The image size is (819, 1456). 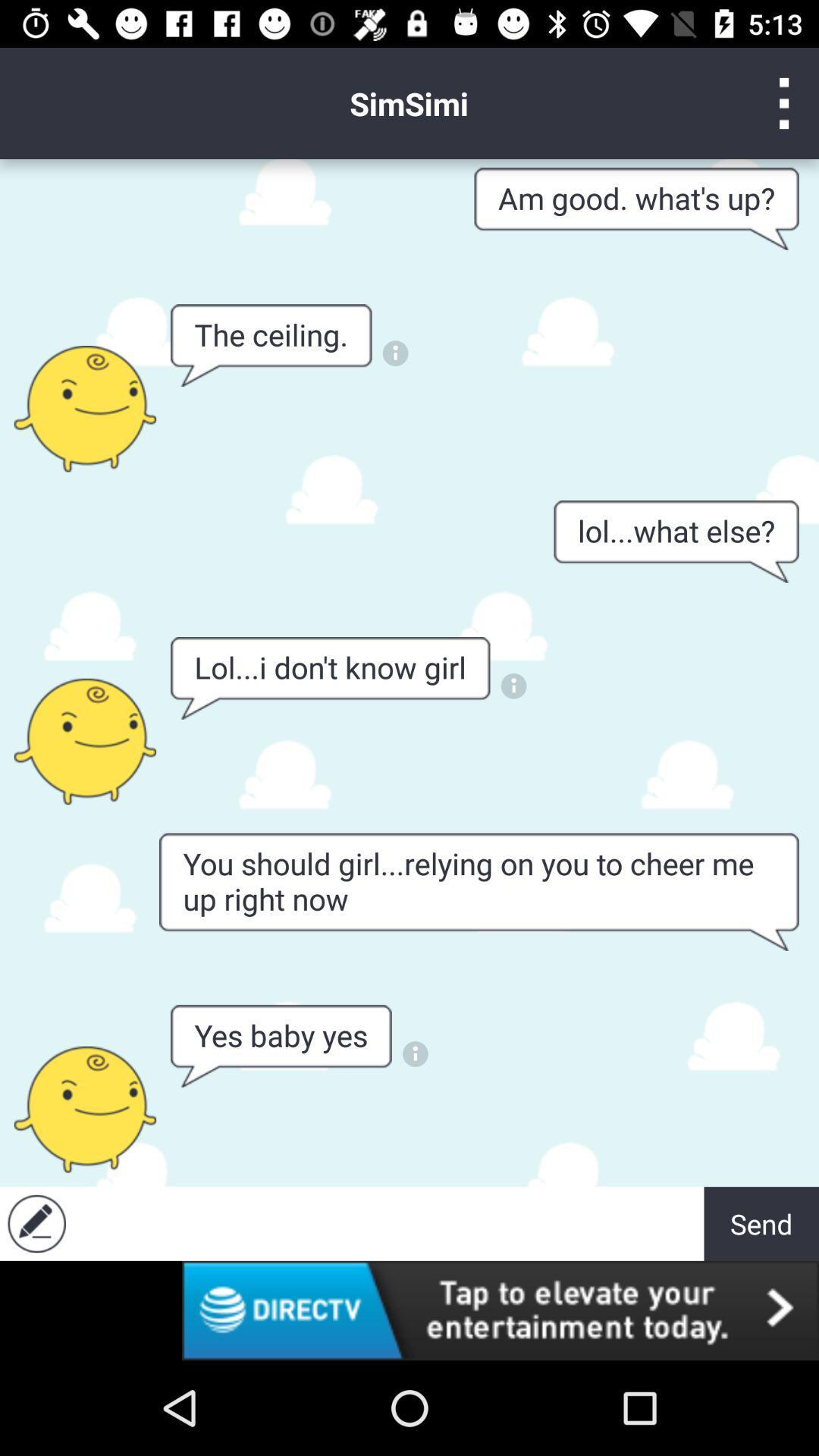 I want to click on menu, so click(x=784, y=102).